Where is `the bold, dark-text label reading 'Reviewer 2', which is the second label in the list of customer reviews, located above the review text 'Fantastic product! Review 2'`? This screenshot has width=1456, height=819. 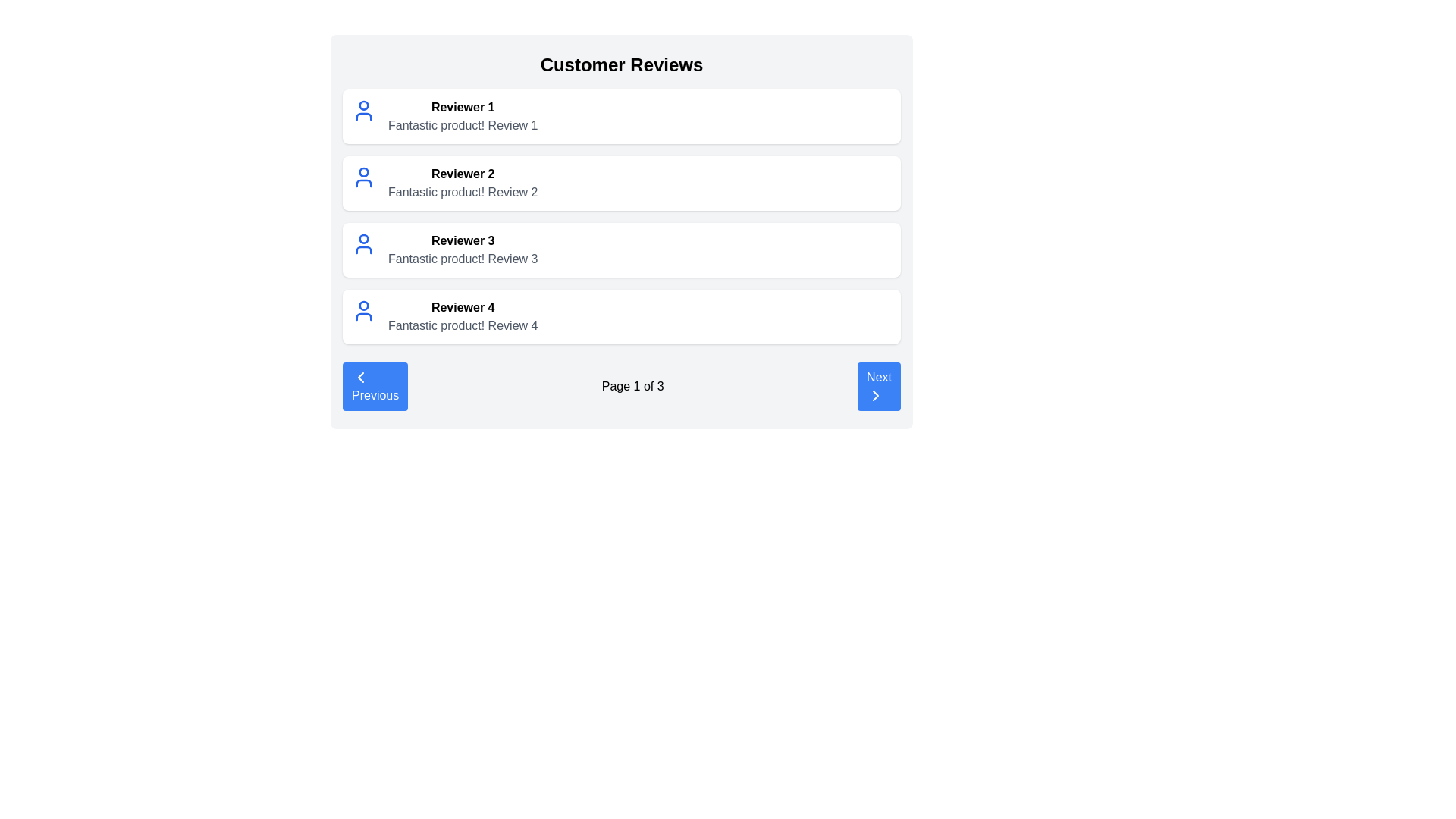 the bold, dark-text label reading 'Reviewer 2', which is the second label in the list of customer reviews, located above the review text 'Fantastic product! Review 2' is located at coordinates (462, 174).